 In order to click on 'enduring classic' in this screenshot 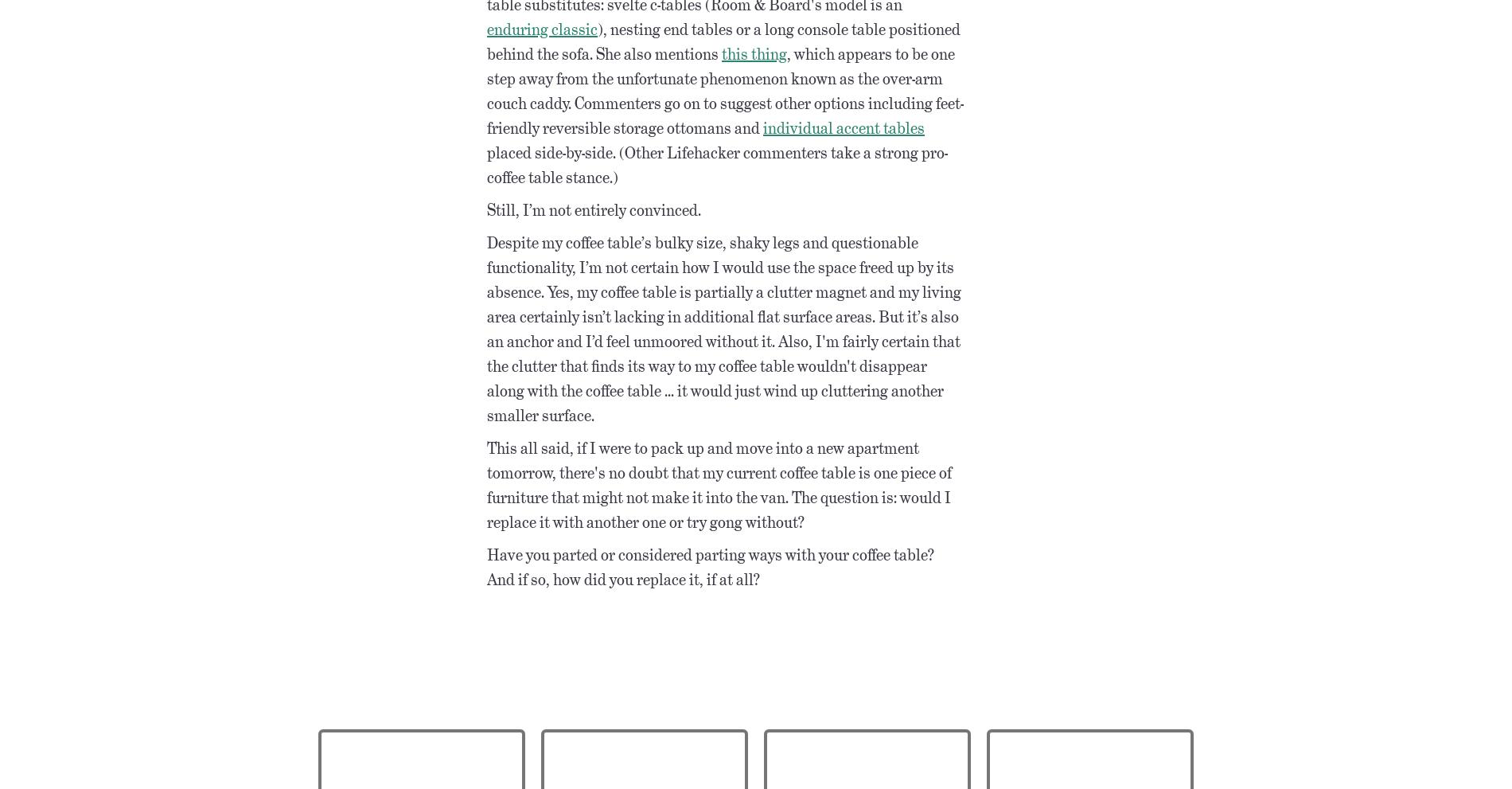, I will do `click(542, 27)`.